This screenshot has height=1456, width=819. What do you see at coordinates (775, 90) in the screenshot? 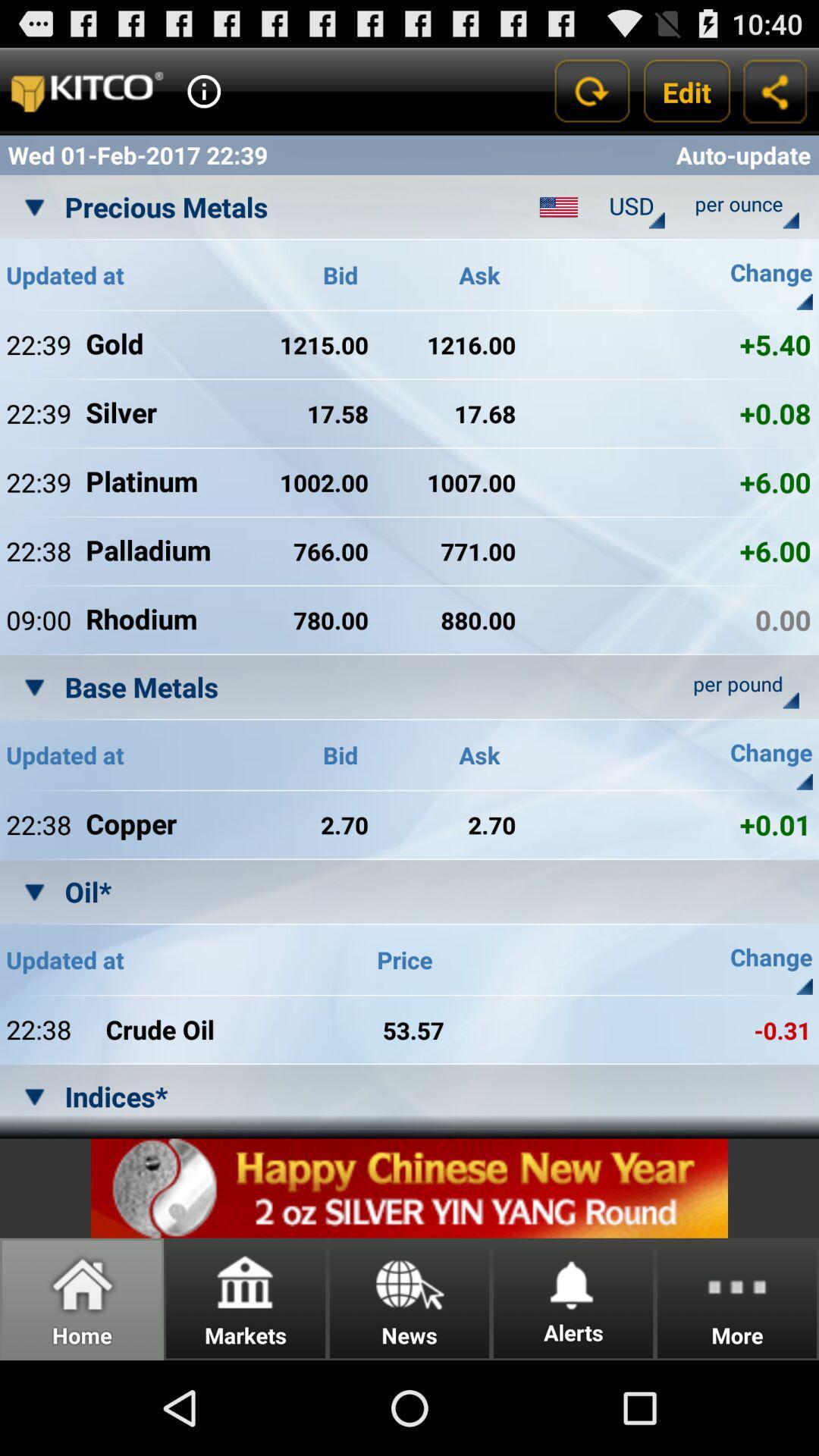
I see `share botton` at bounding box center [775, 90].